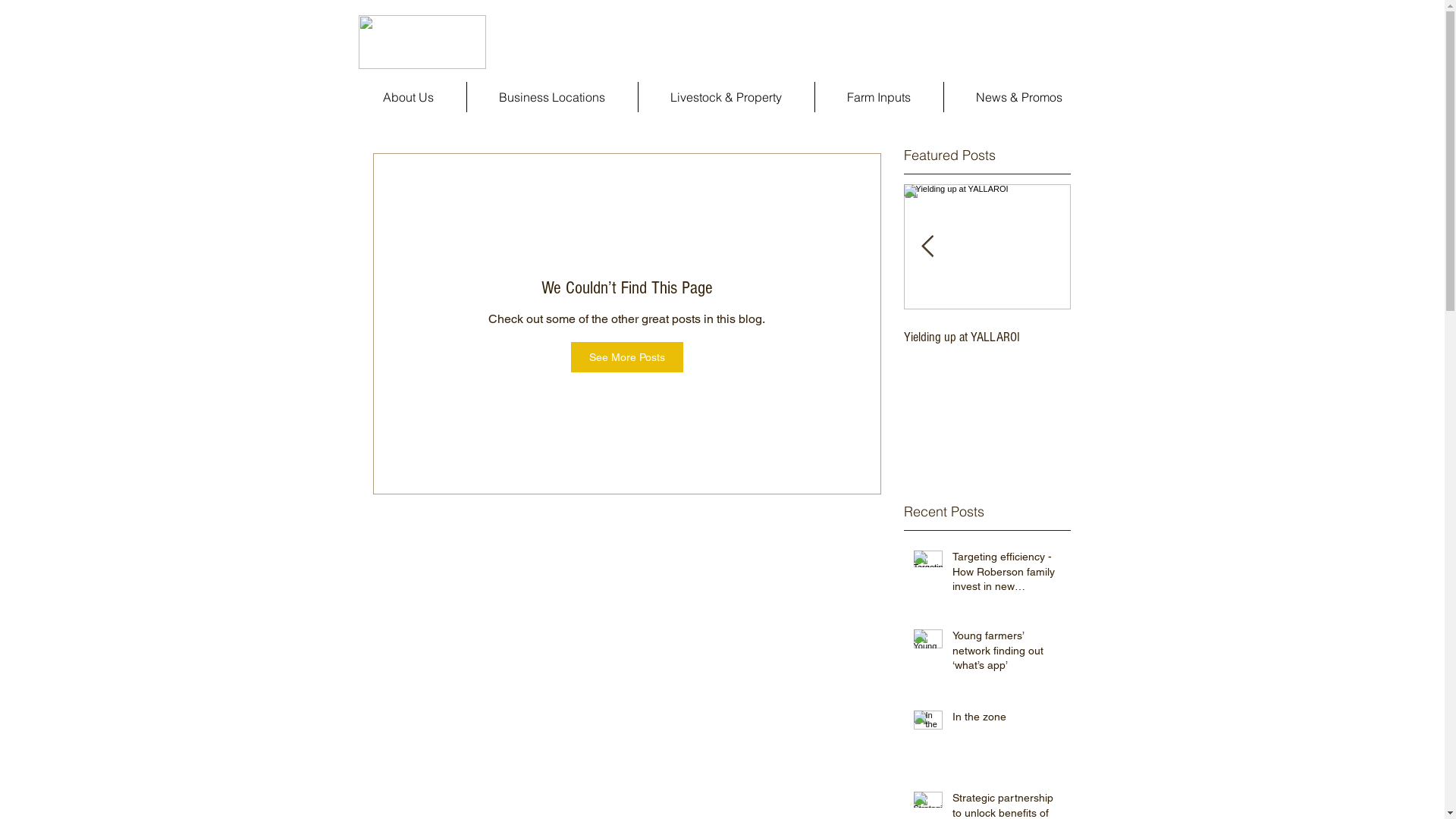 The height and width of the screenshot is (819, 1456). What do you see at coordinates (407, 96) in the screenshot?
I see `'About Us'` at bounding box center [407, 96].